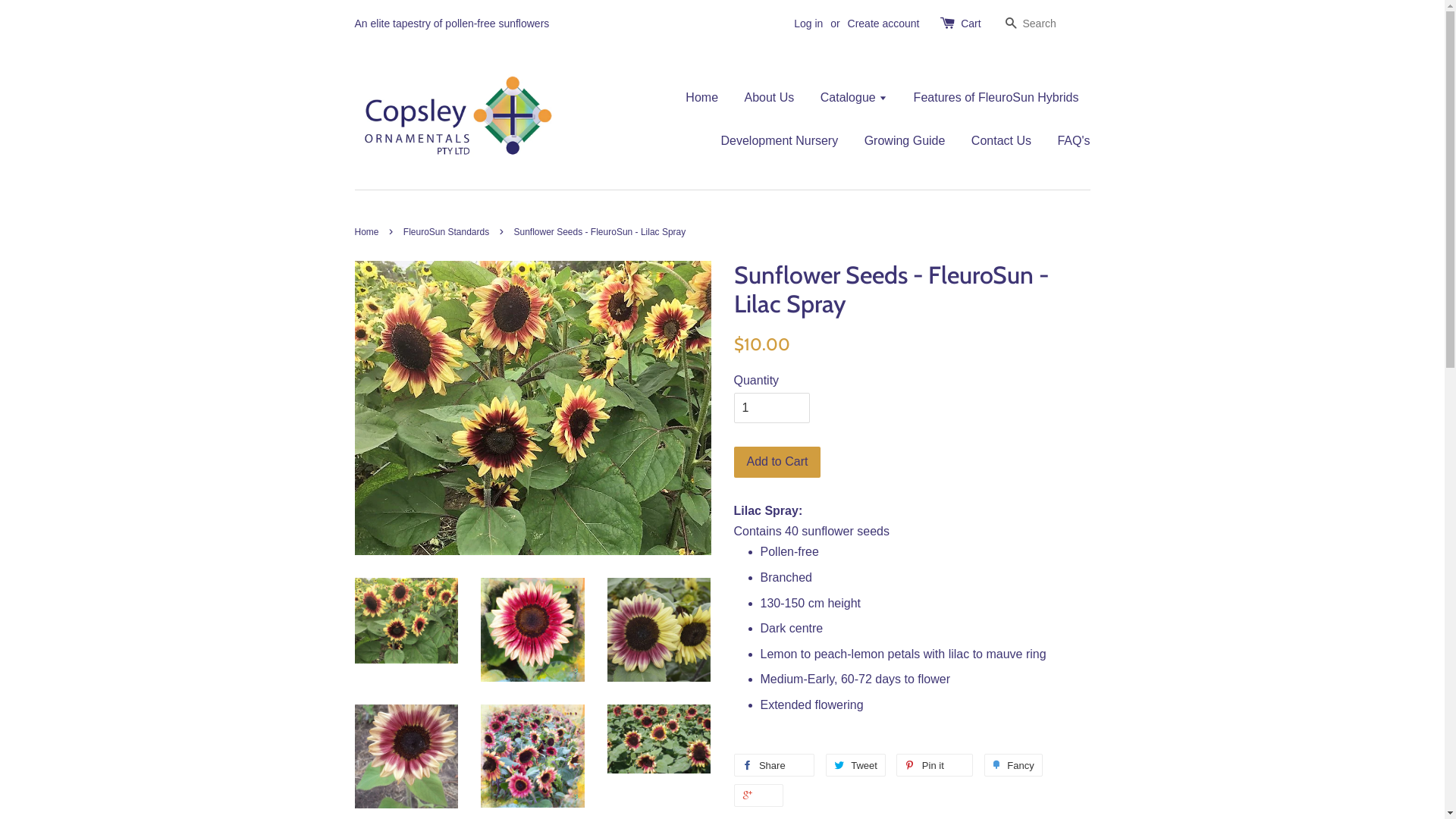  Describe the element at coordinates (447, 231) in the screenshot. I see `'FleuroSun Standards'` at that location.